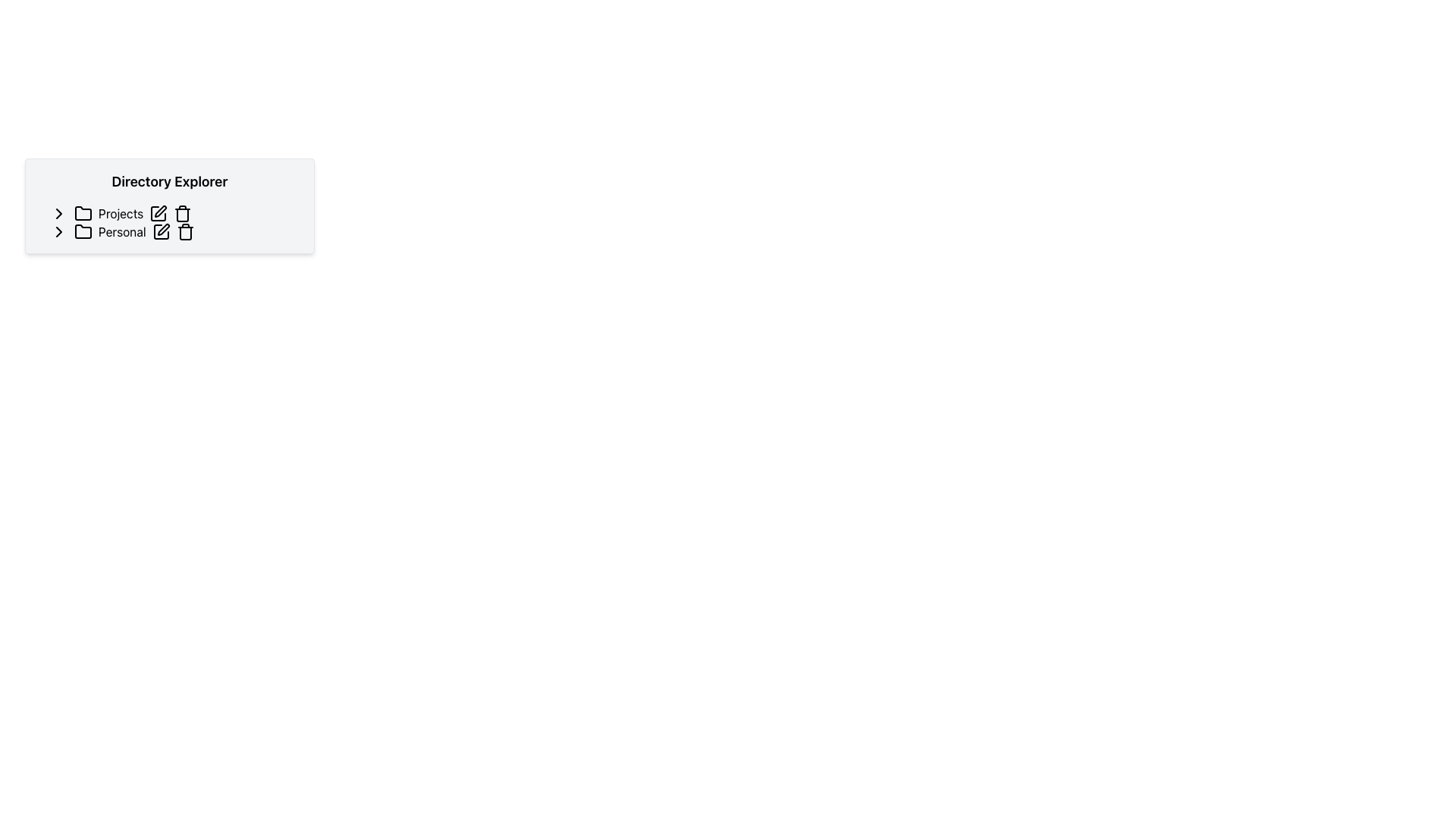 The height and width of the screenshot is (819, 1456). I want to click on the edit button in the 'Directory Explorer' interface, located in the 'Projects' row, so click(161, 211).